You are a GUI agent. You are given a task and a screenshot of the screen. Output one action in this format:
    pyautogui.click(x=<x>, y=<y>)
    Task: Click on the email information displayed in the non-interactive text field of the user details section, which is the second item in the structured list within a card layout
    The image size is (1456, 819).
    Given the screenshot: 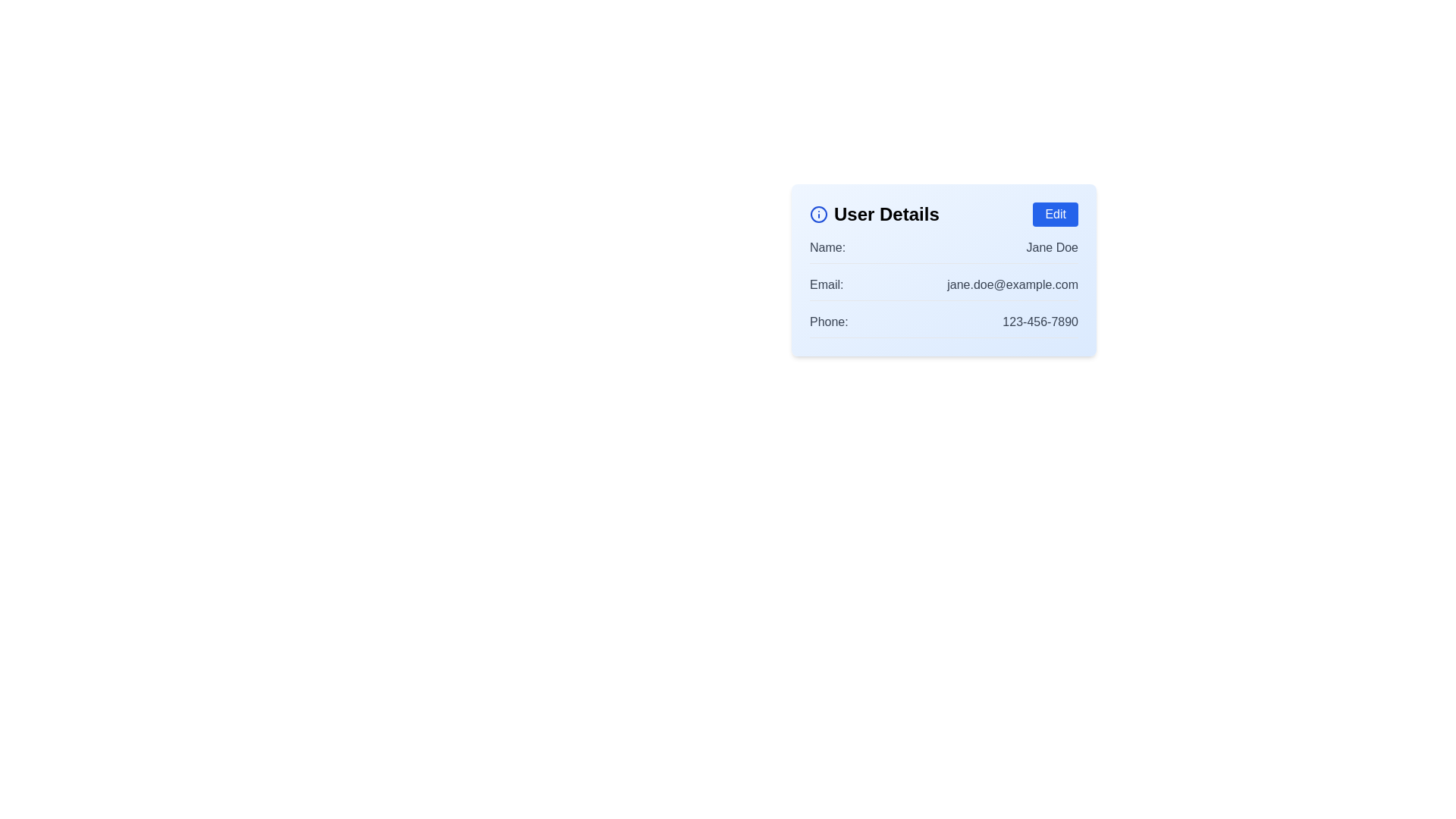 What is the action you would take?
    pyautogui.click(x=943, y=288)
    